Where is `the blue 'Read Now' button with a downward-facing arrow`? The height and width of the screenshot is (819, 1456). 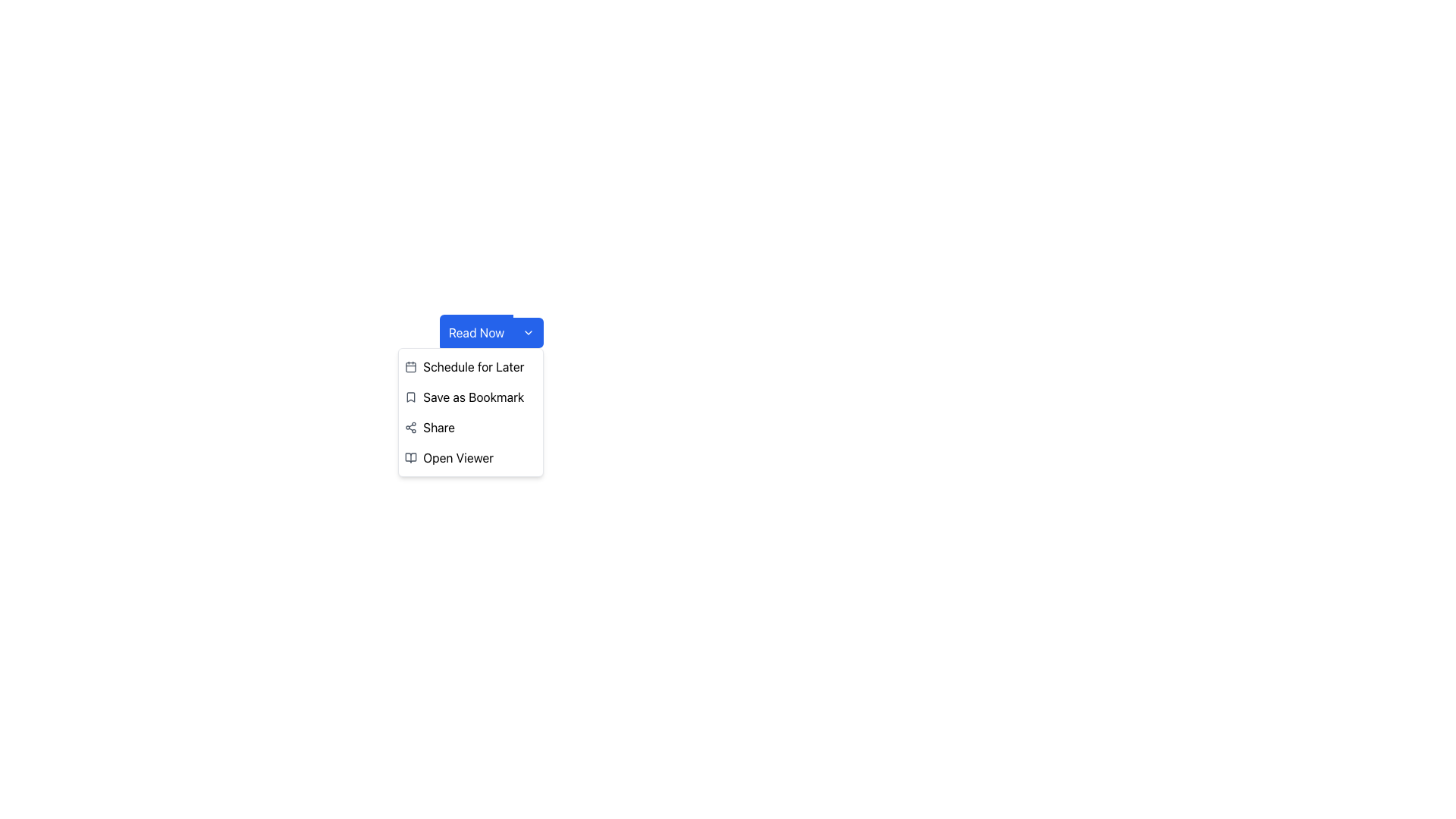 the blue 'Read Now' button with a downward-facing arrow is located at coordinates (491, 332).